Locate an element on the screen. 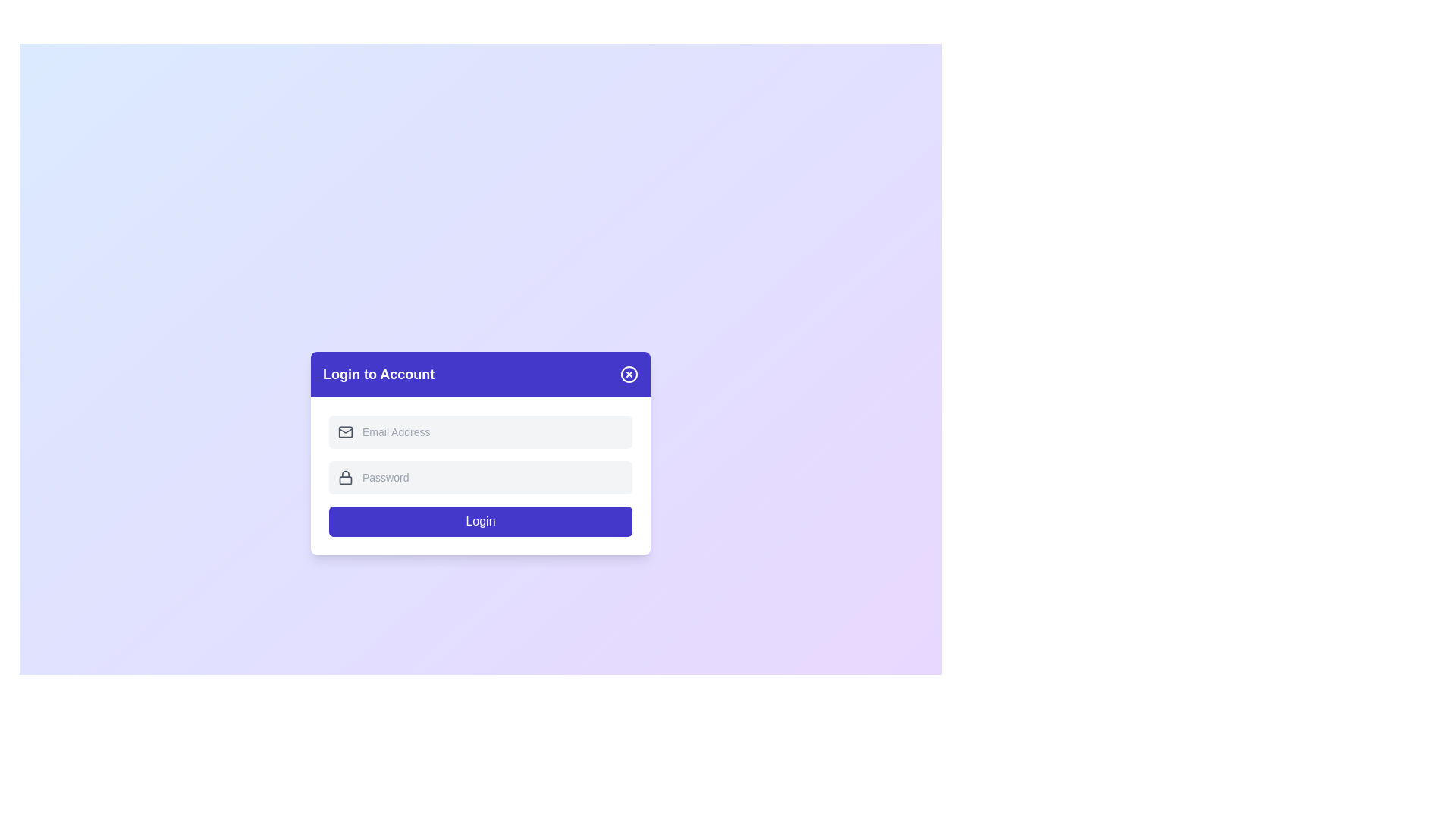  the email input field to focus on it is located at coordinates (492, 432).